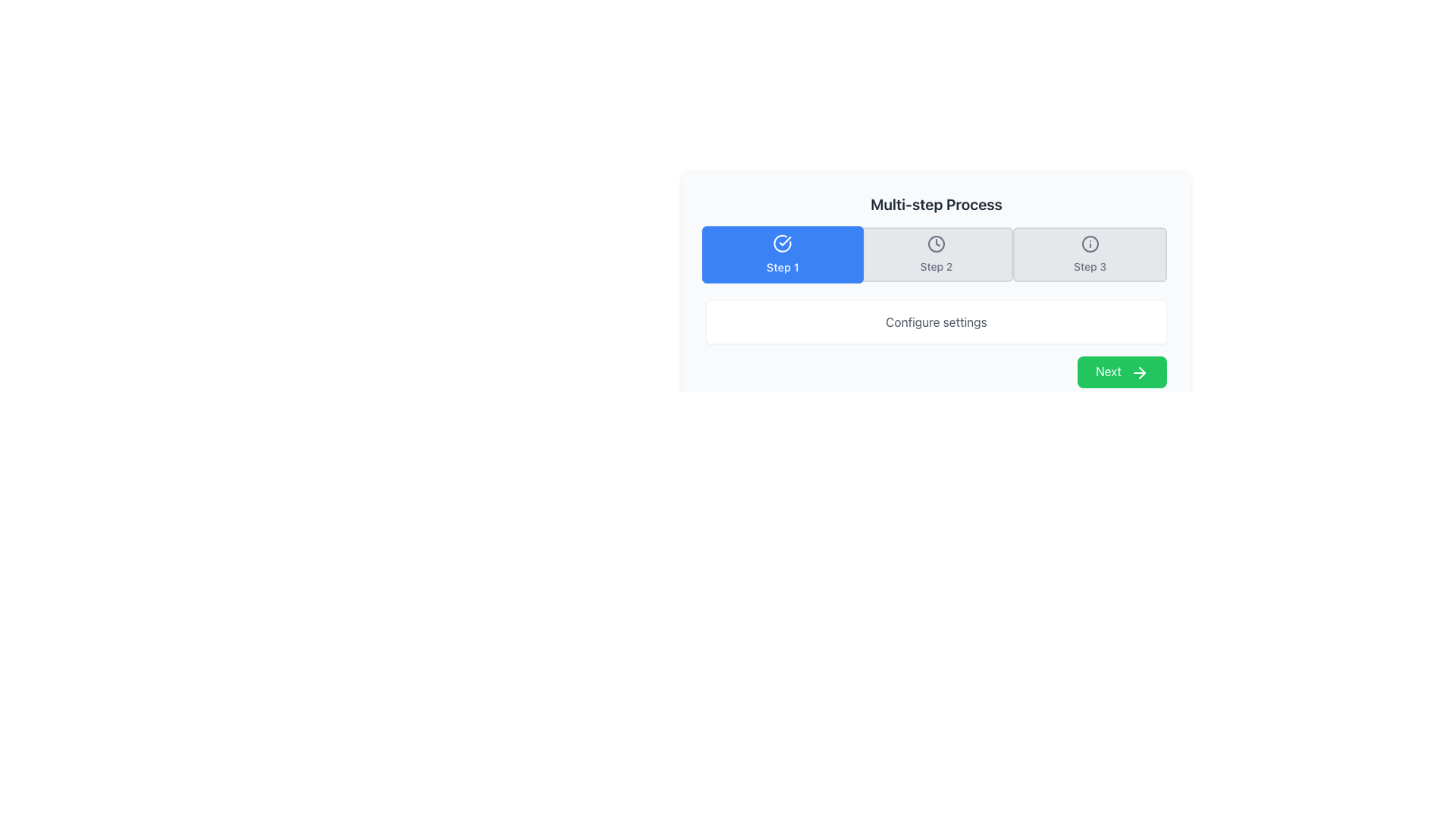  Describe the element at coordinates (783, 253) in the screenshot. I see `the blue rectangular button with a white circular check icon and the text 'Step 1'` at that location.